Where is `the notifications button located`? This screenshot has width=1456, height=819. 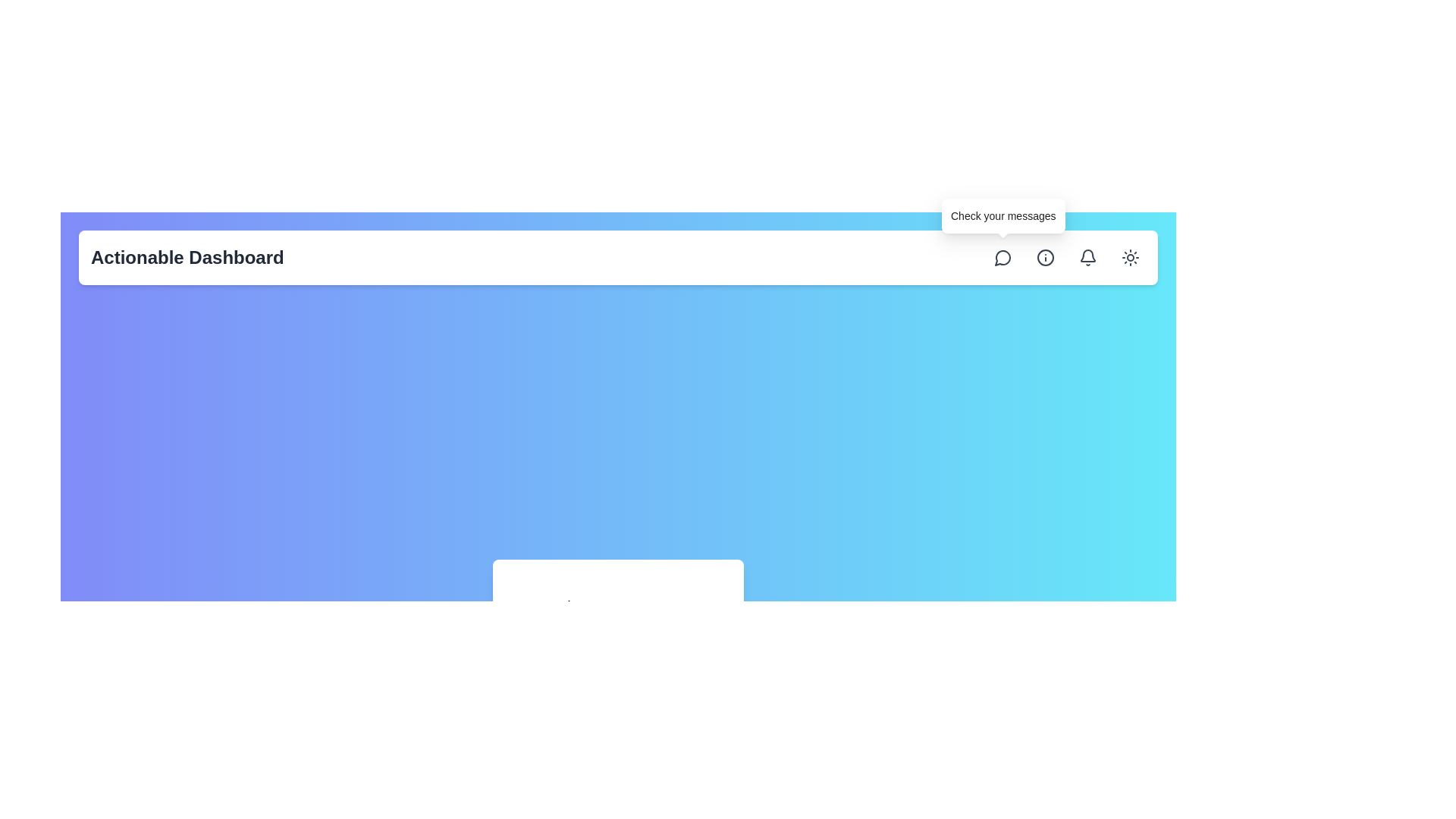 the notifications button located is located at coordinates (1087, 256).